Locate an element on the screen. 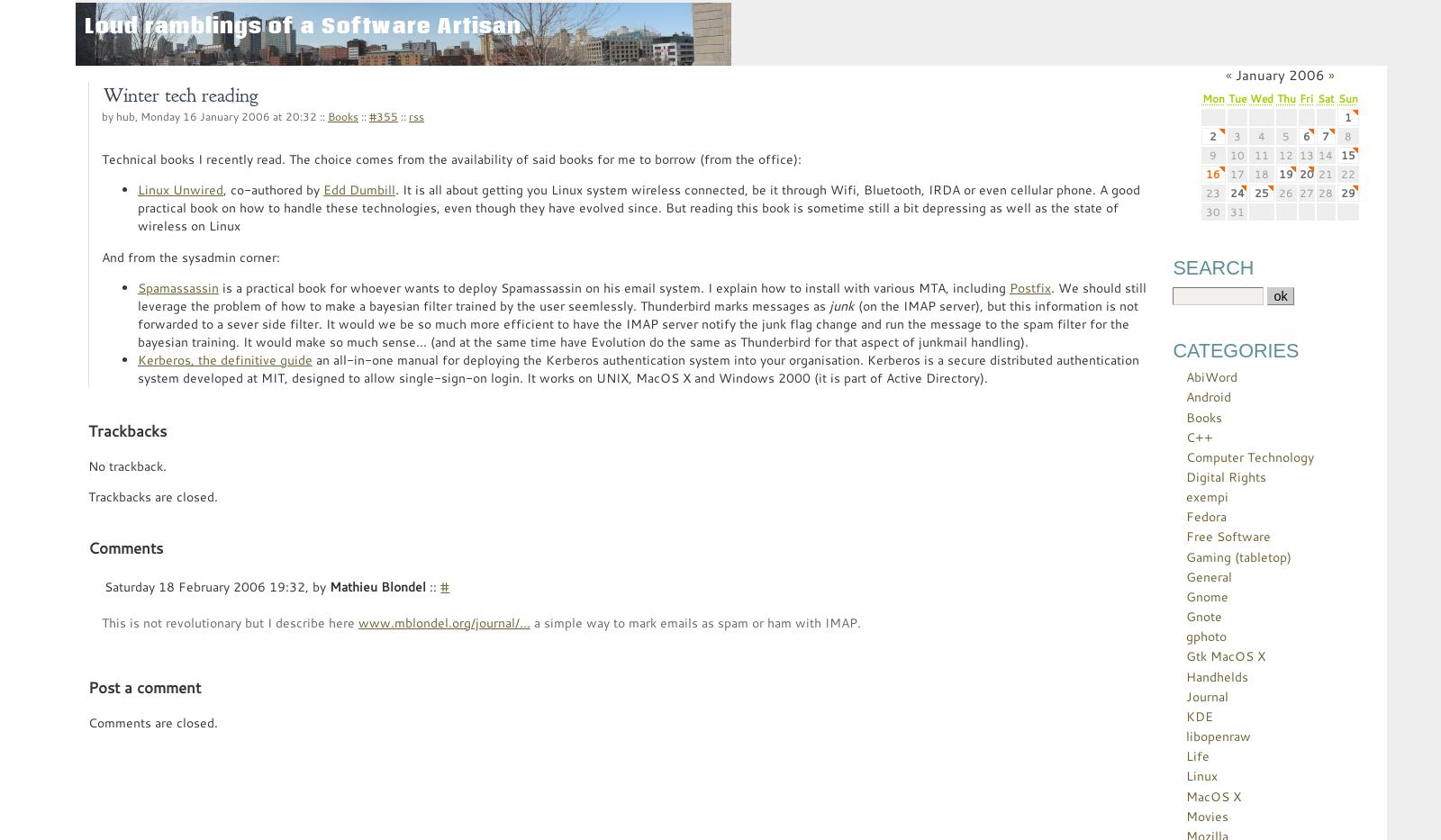  '2' is located at coordinates (1212, 134).